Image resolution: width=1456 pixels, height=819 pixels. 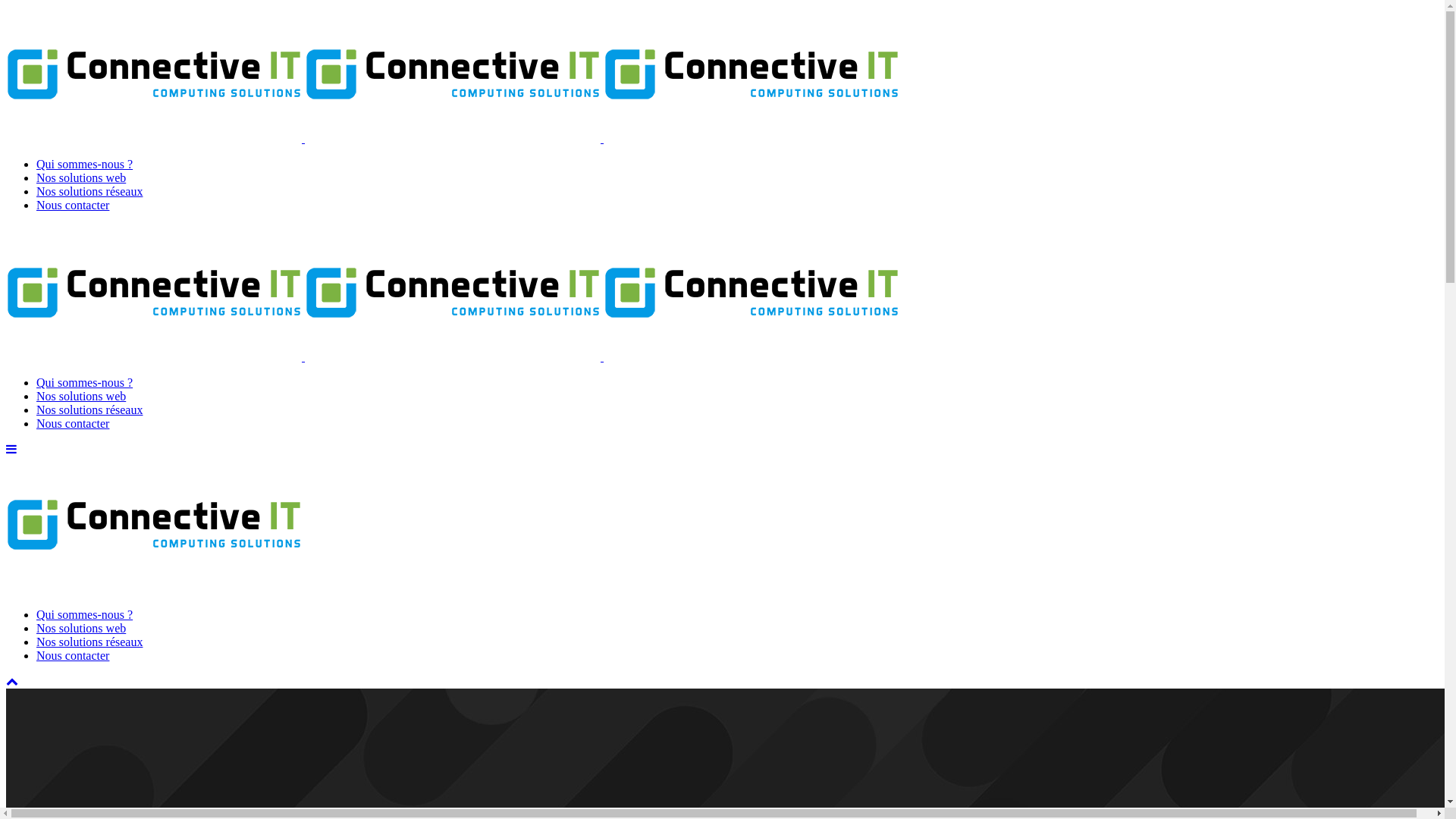 I want to click on 'Qui sommes-nous ?', so click(x=83, y=614).